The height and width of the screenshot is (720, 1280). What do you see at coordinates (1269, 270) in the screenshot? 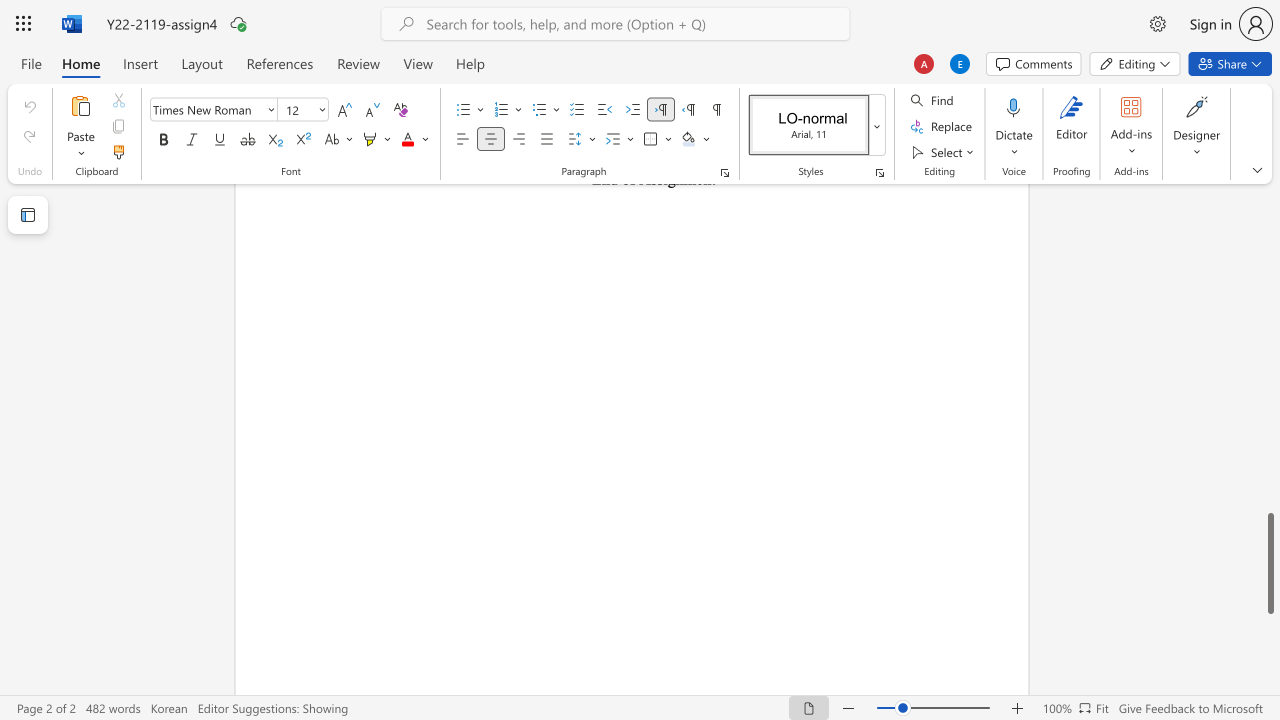
I see `the scrollbar on the right to move the page upward` at bounding box center [1269, 270].